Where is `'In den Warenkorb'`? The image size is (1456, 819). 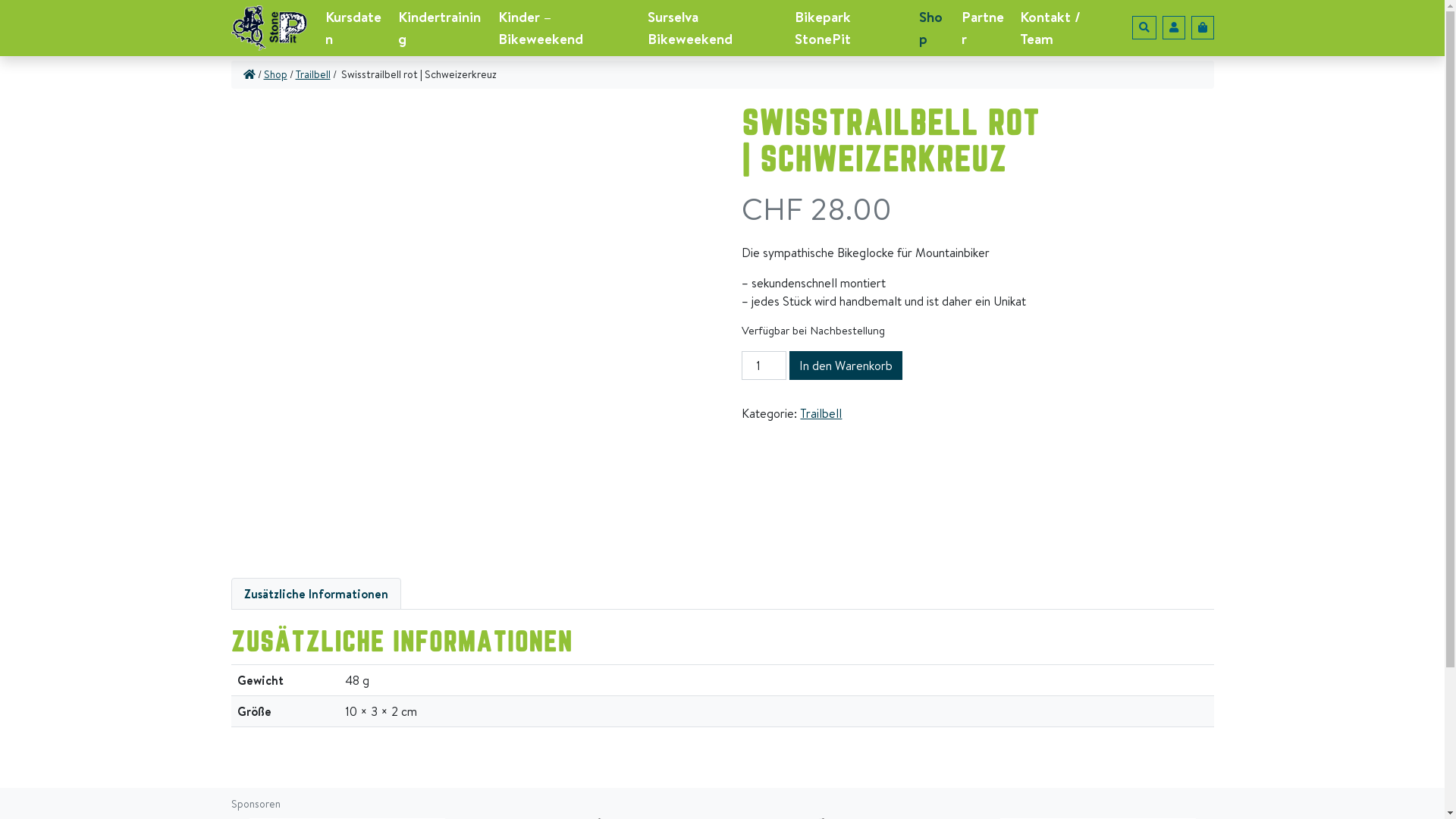
'In den Warenkorb' is located at coordinates (845, 366).